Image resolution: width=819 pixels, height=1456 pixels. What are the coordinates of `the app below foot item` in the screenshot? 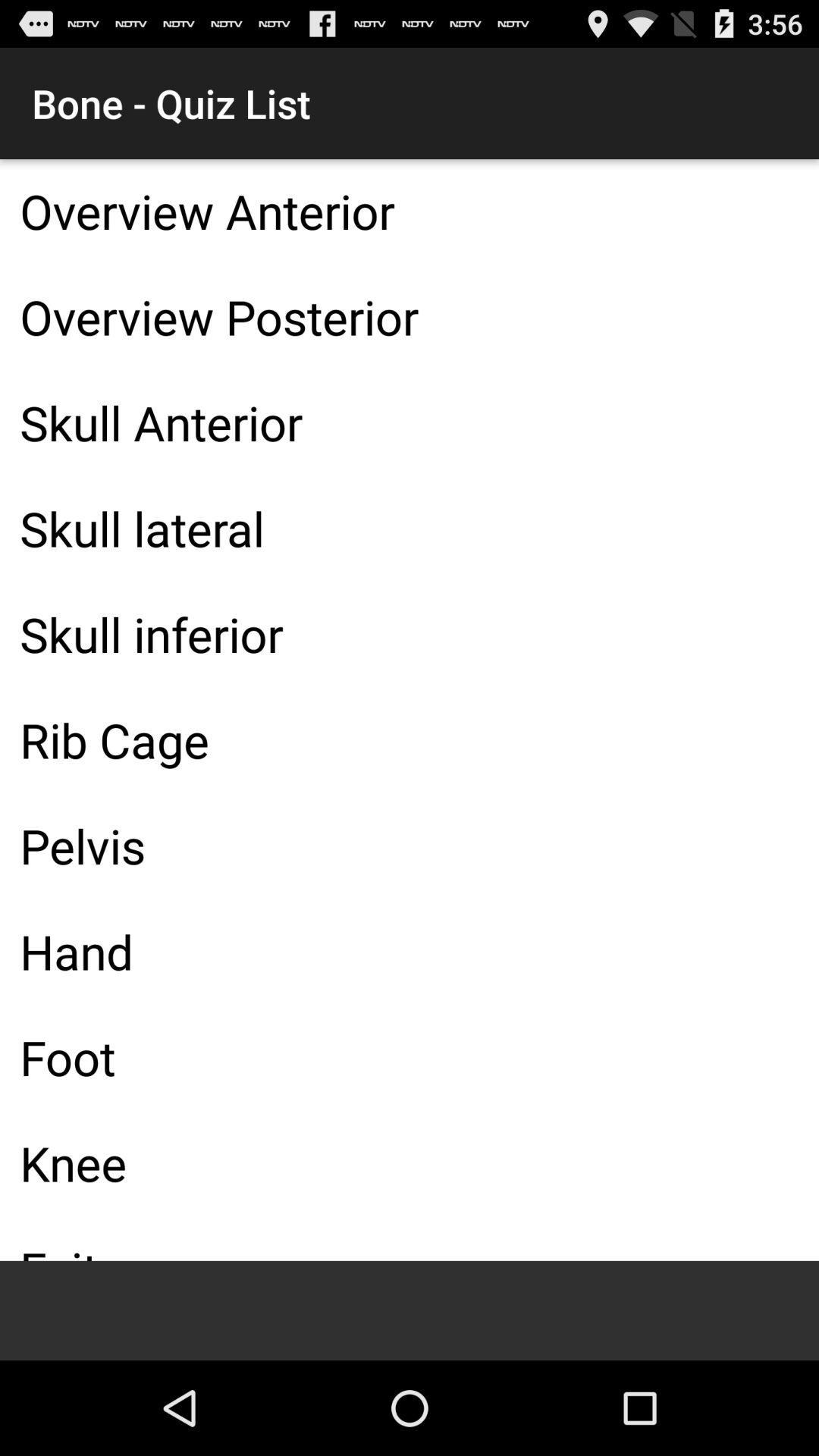 It's located at (409, 1162).